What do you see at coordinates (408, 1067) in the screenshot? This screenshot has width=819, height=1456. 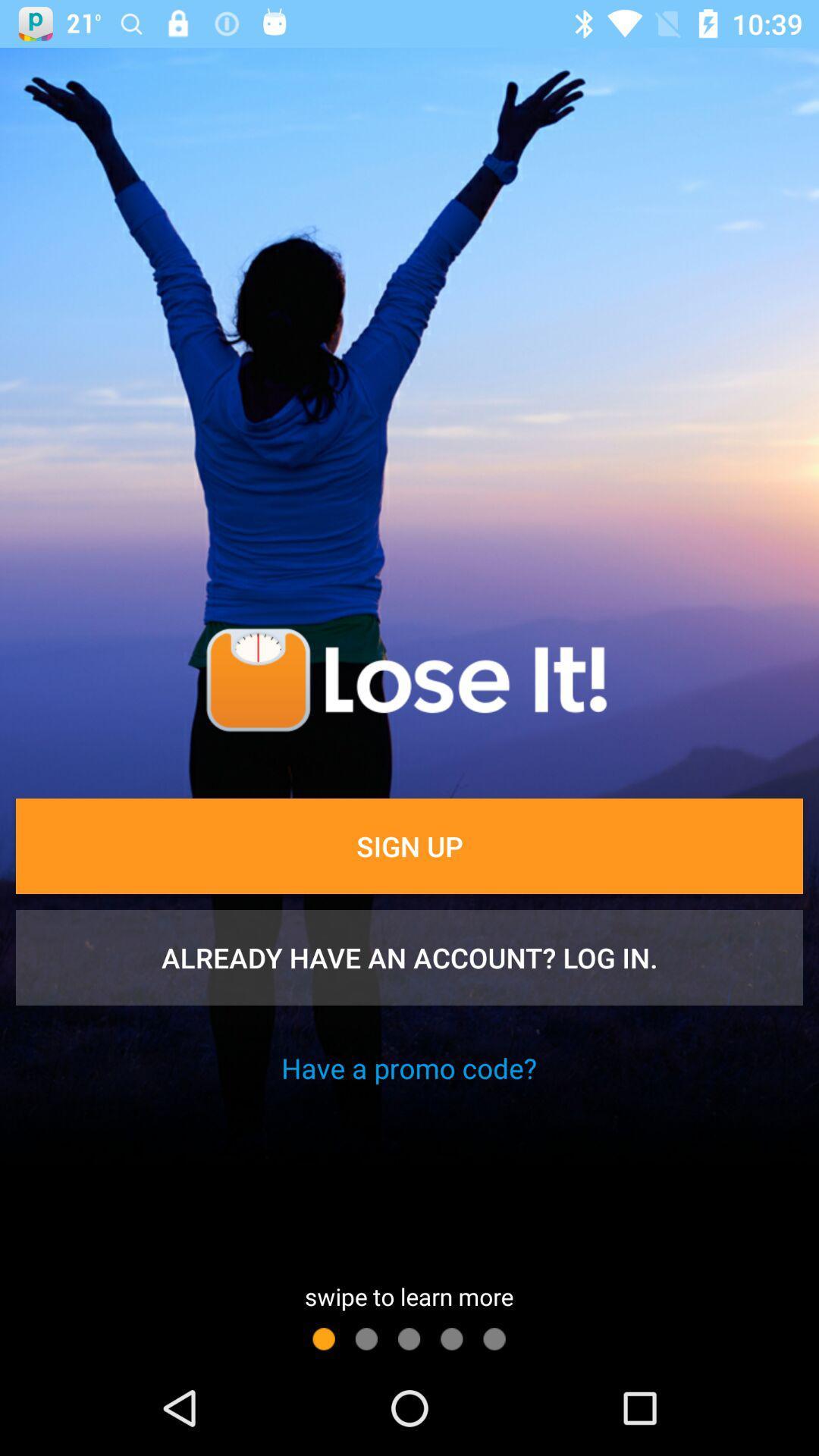 I see `the icon above swipe to learn item` at bounding box center [408, 1067].